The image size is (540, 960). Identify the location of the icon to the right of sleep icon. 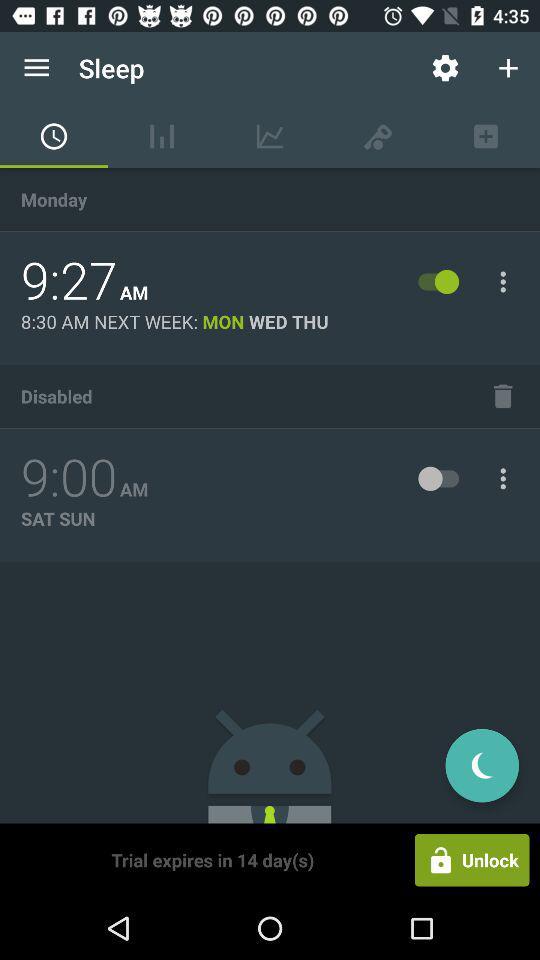
(445, 68).